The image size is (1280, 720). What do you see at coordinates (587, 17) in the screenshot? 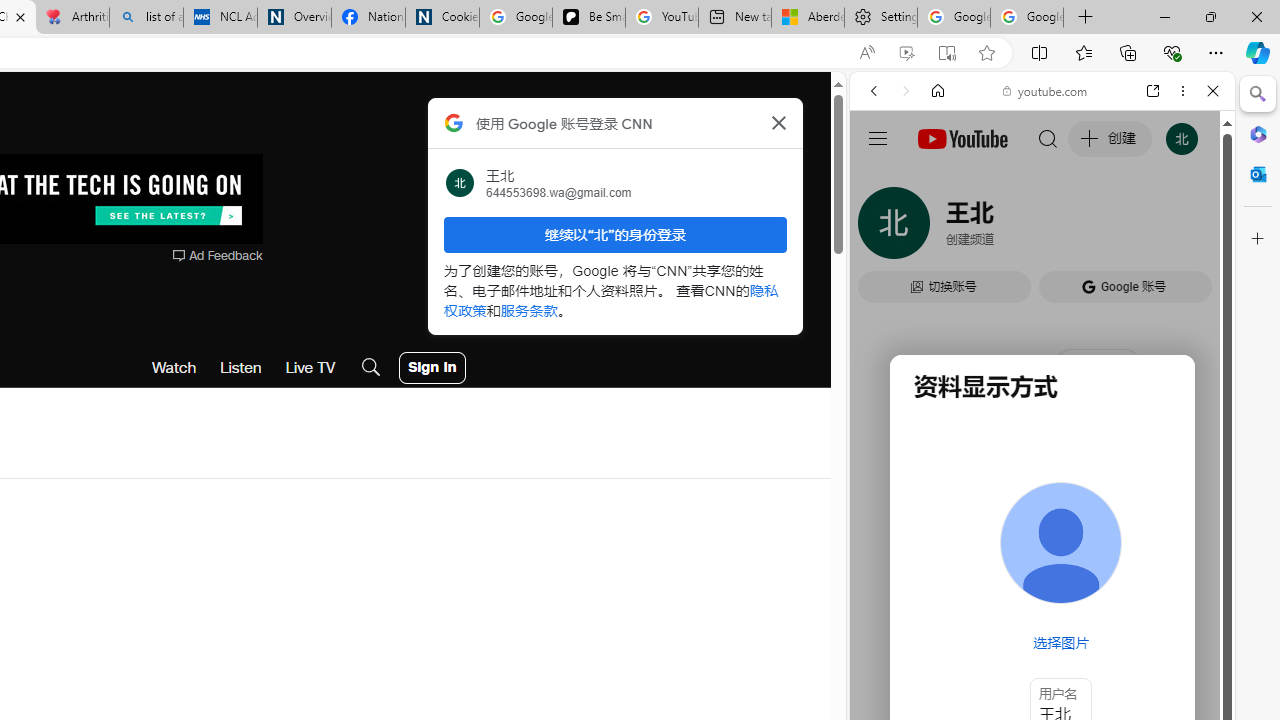
I see `'Be Smart | creating Science videos | Patreon'` at bounding box center [587, 17].